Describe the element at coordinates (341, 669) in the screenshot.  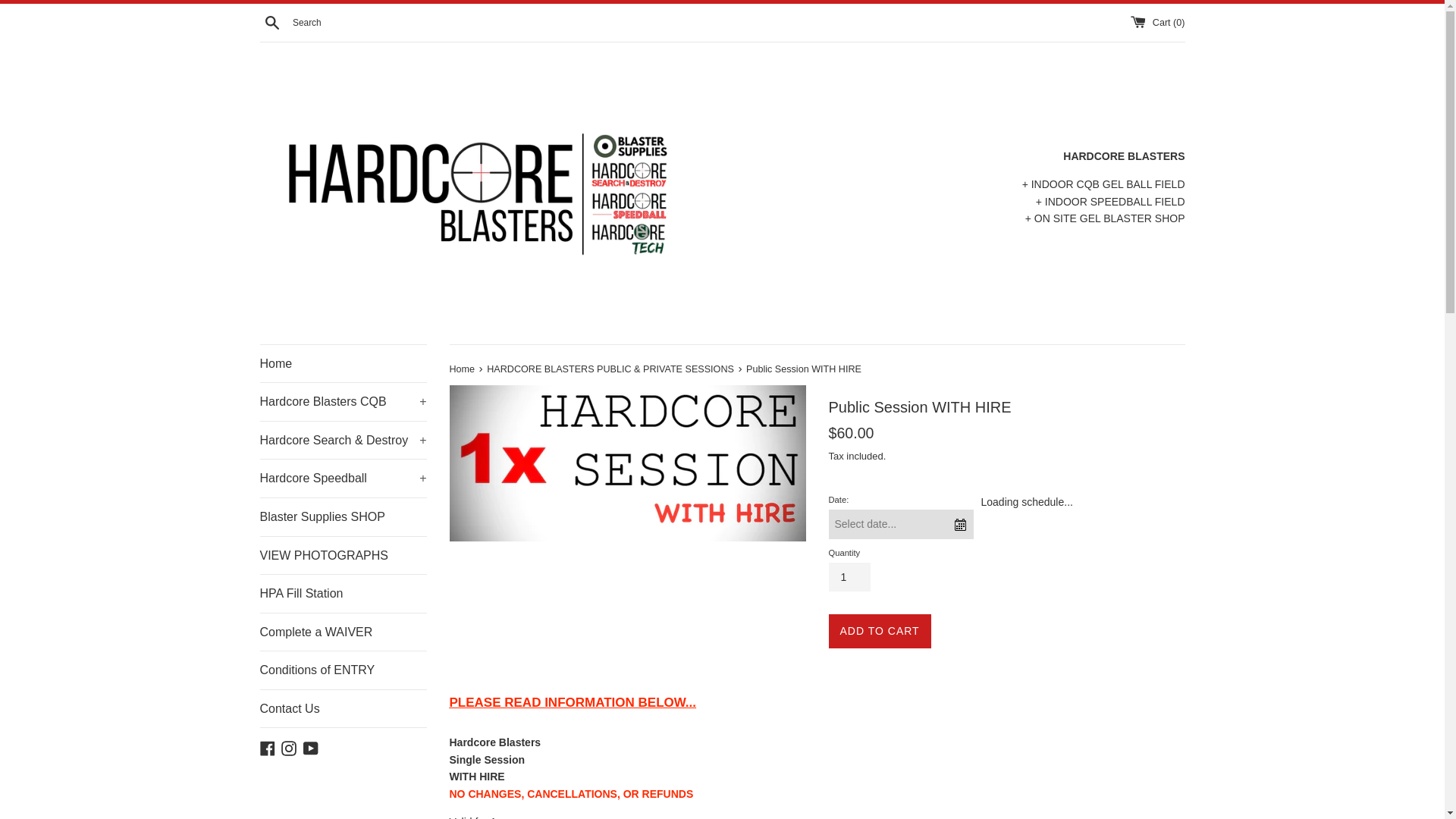
I see `'Conditions of ENTRY'` at that location.